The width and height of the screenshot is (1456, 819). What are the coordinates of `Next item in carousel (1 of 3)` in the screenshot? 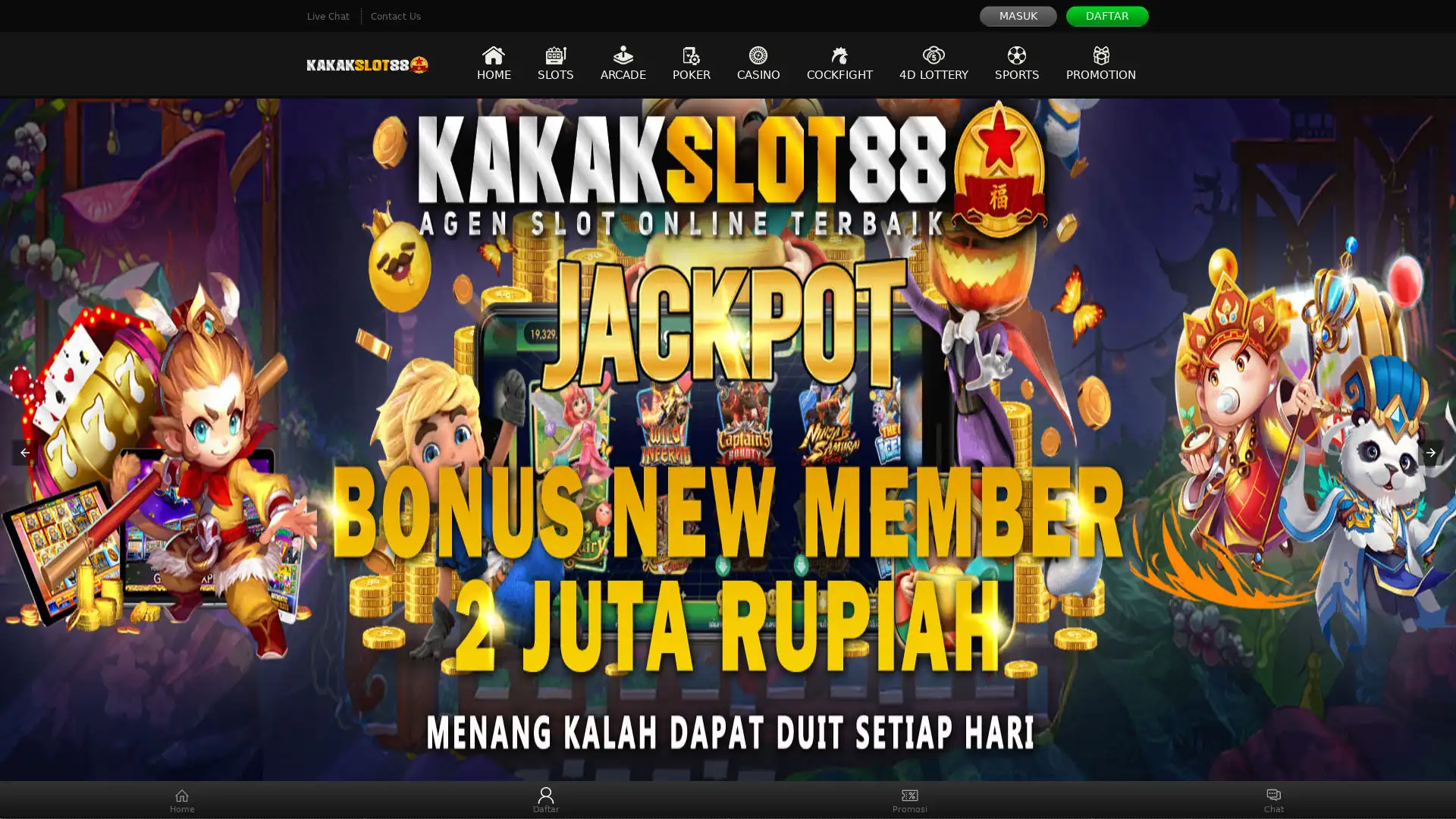 It's located at (1429, 452).